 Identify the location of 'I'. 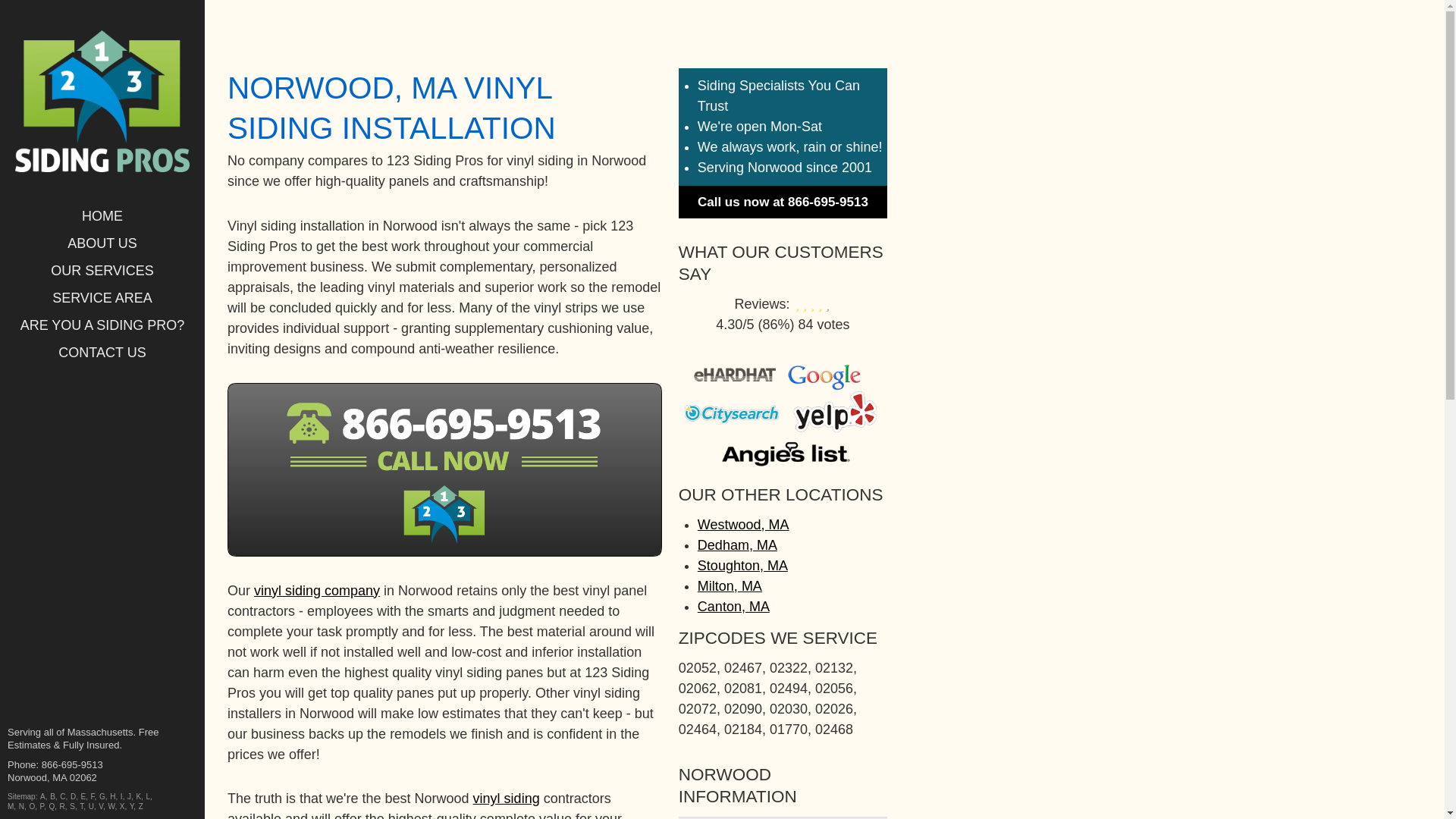
(119, 795).